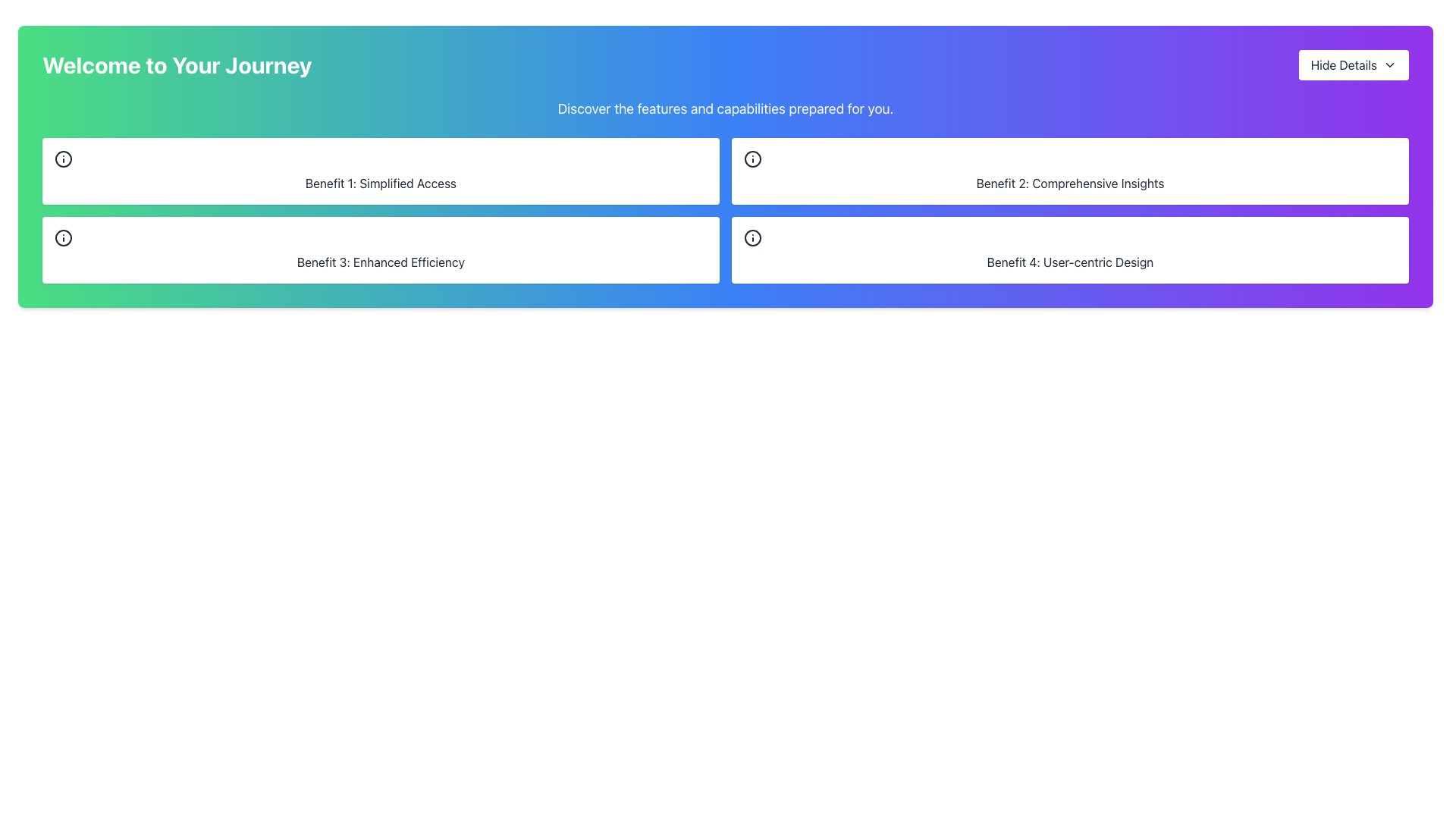 Image resolution: width=1456 pixels, height=819 pixels. I want to click on the information icon embedded within the second card titled 'Benefit 2: Comprehensive Insights', so click(753, 158).